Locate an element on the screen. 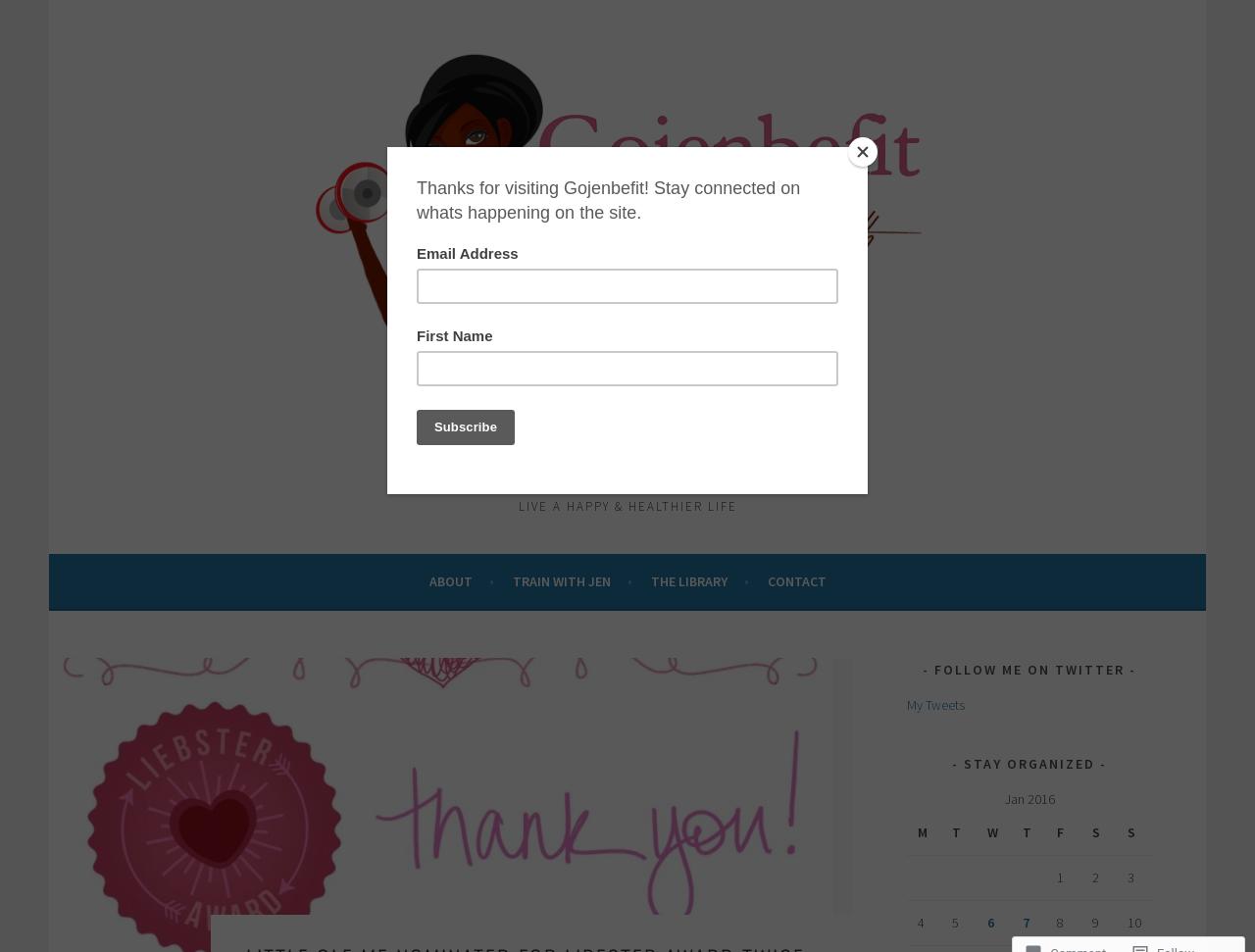 Image resolution: width=1255 pixels, height=952 pixels. '3' is located at coordinates (1129, 877).